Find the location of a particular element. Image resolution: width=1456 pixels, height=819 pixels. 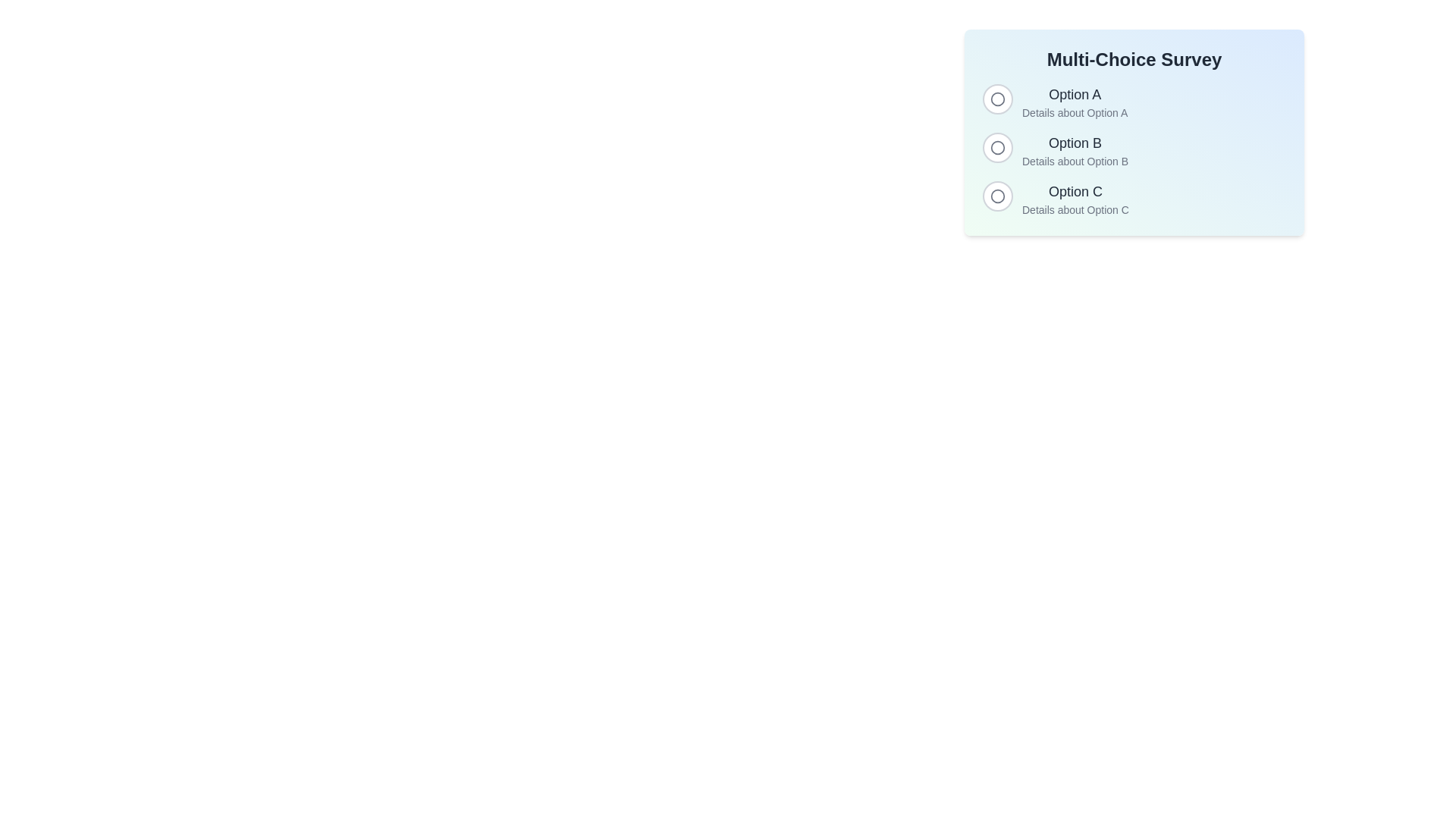

the visual indicator part of the radio button corresponding to 'Option B' in the multi-choice survey interface is located at coordinates (997, 148).